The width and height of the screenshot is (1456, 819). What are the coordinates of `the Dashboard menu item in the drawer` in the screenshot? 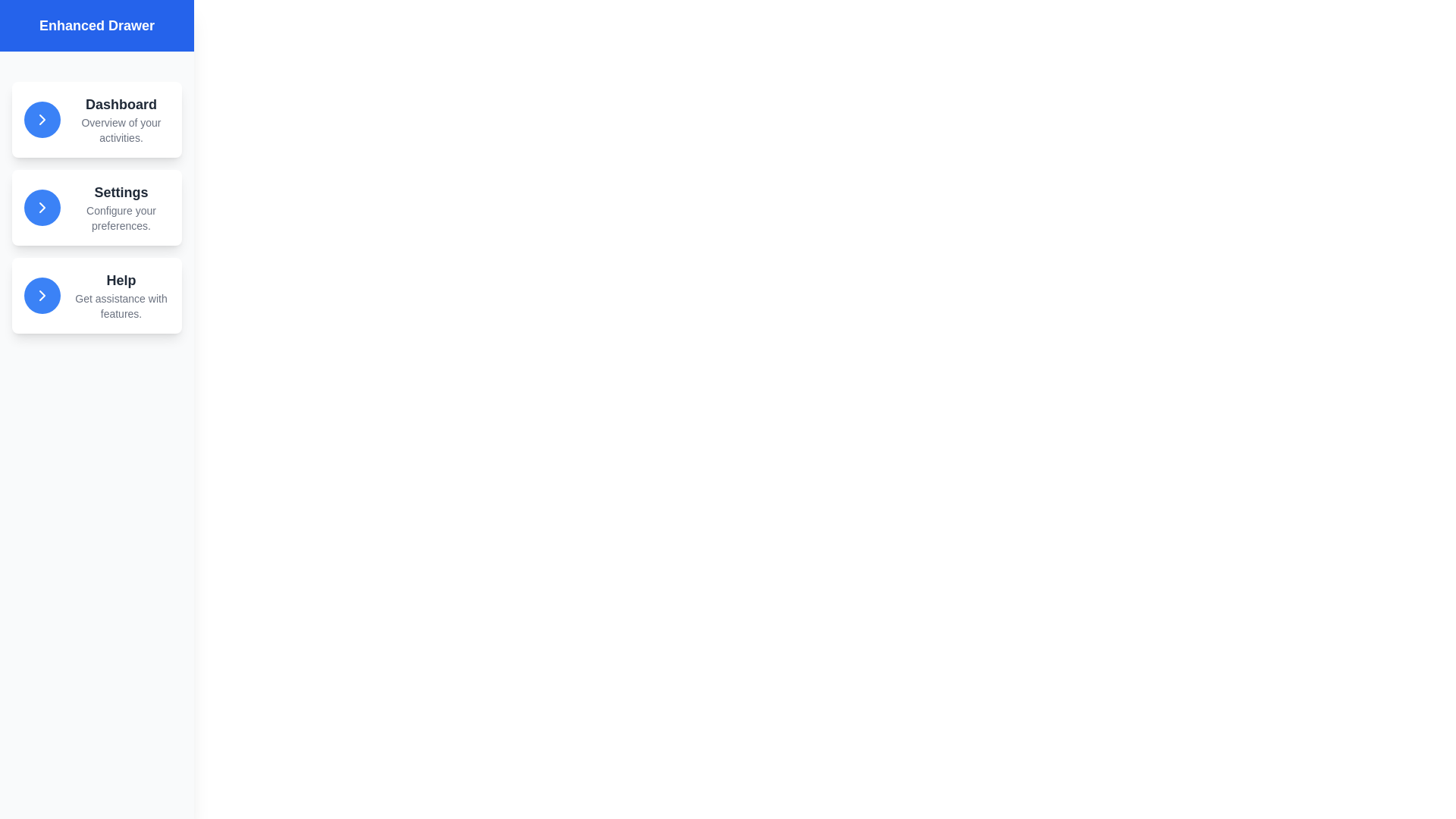 It's located at (96, 119).